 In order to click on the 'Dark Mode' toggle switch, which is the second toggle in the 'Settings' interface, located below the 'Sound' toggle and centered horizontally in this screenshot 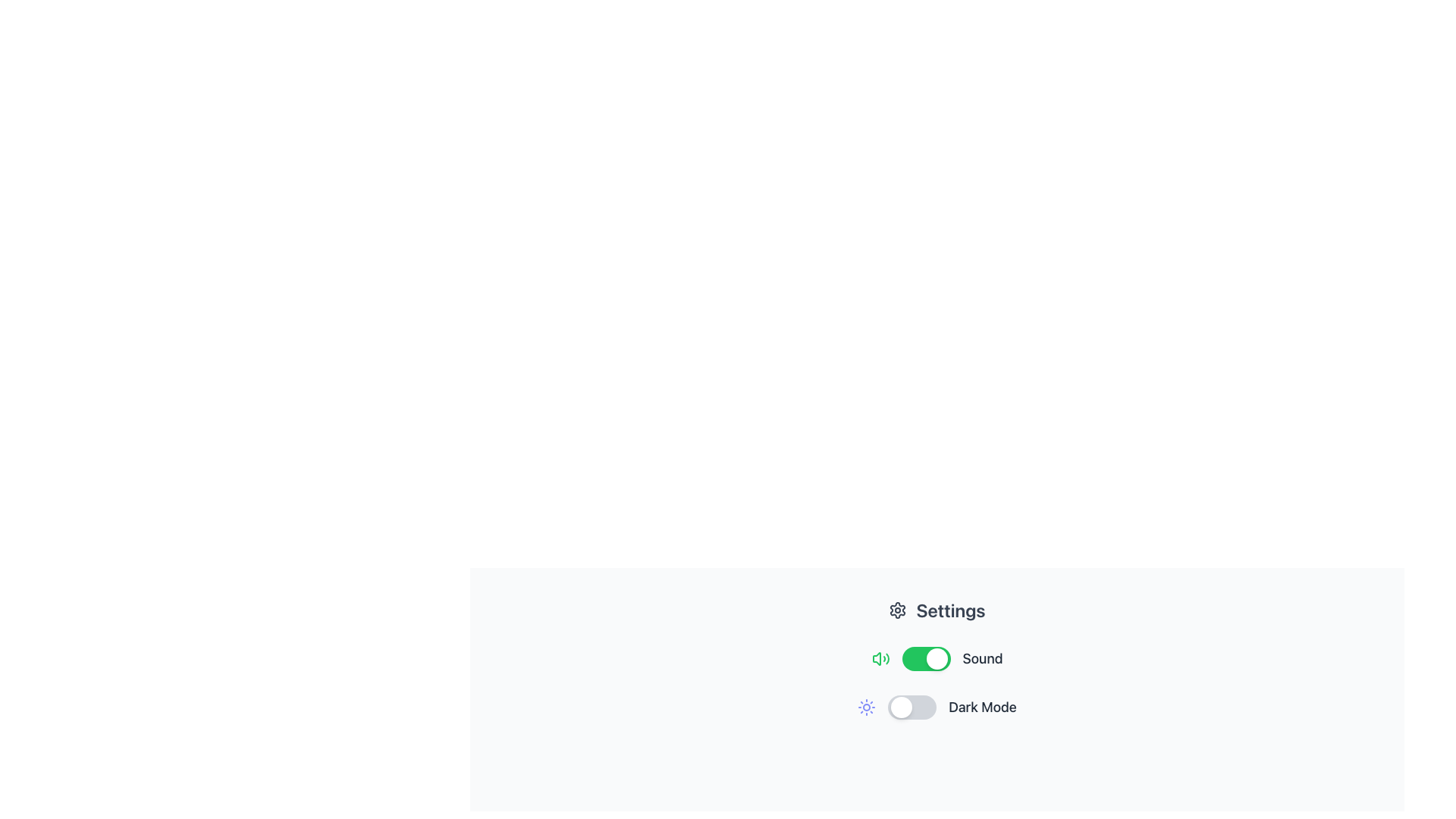, I will do `click(937, 708)`.